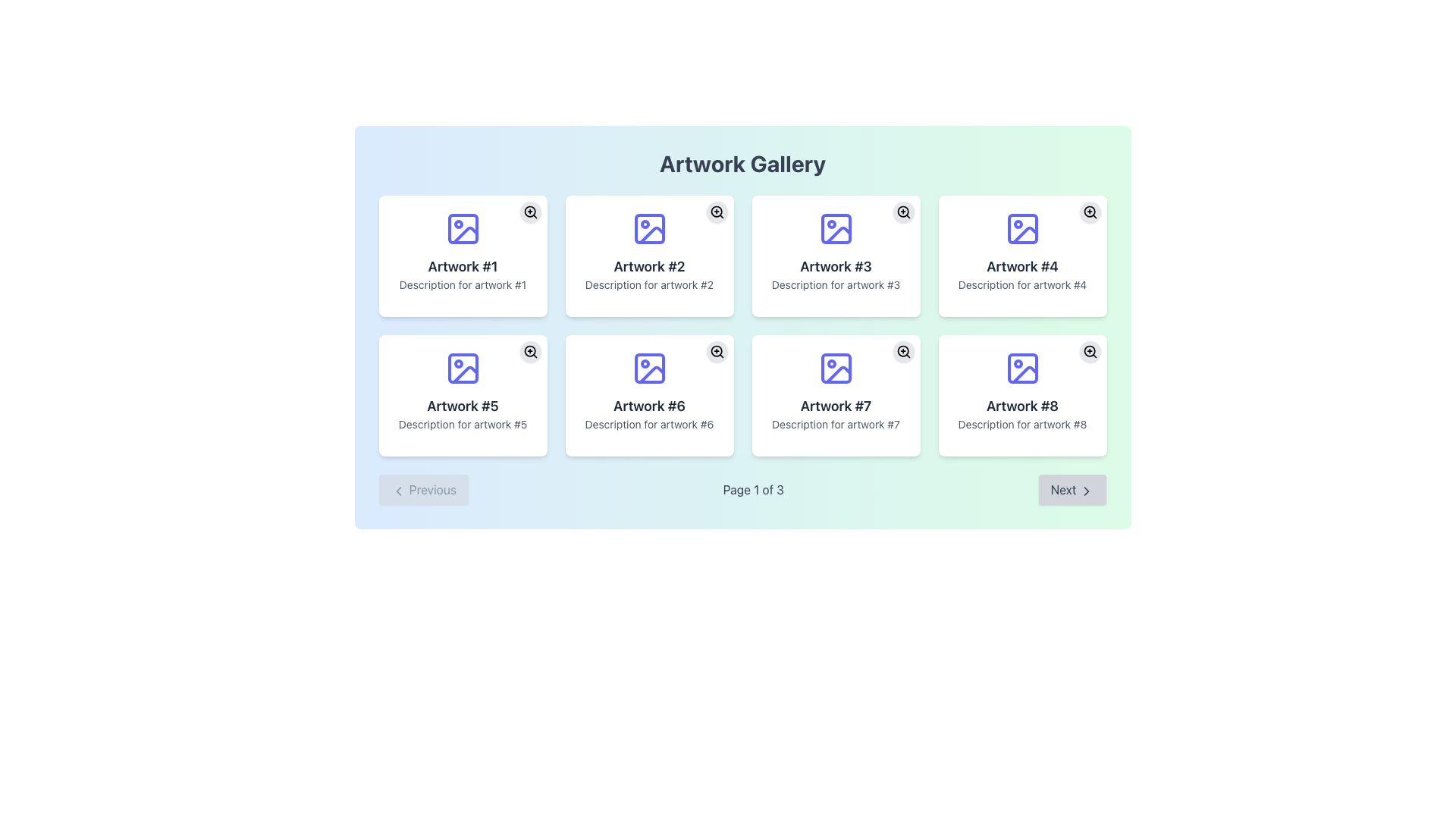  What do you see at coordinates (835, 406) in the screenshot?
I see `static text label that serves as the title of the artwork card, located in the second row and third card from the left` at bounding box center [835, 406].